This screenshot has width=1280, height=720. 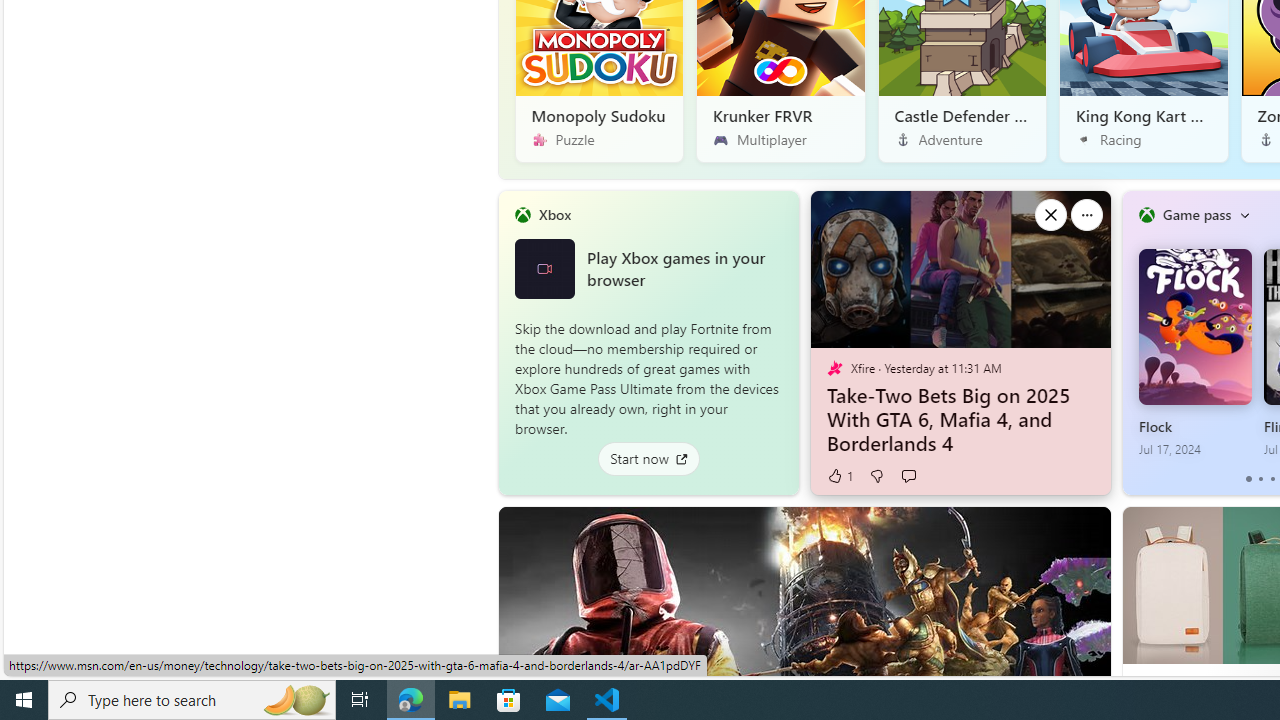 I want to click on 'Start the conversation', so click(x=907, y=475).